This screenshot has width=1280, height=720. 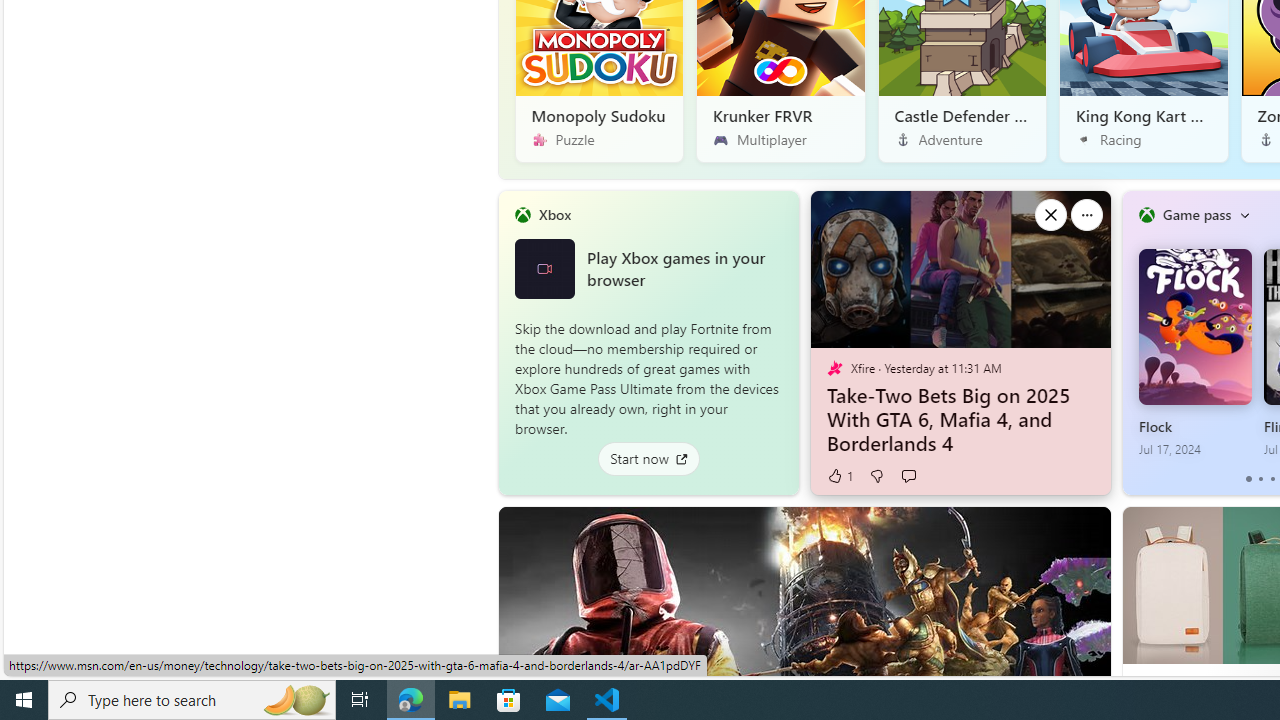 I want to click on 'Start the conversation', so click(x=907, y=475).